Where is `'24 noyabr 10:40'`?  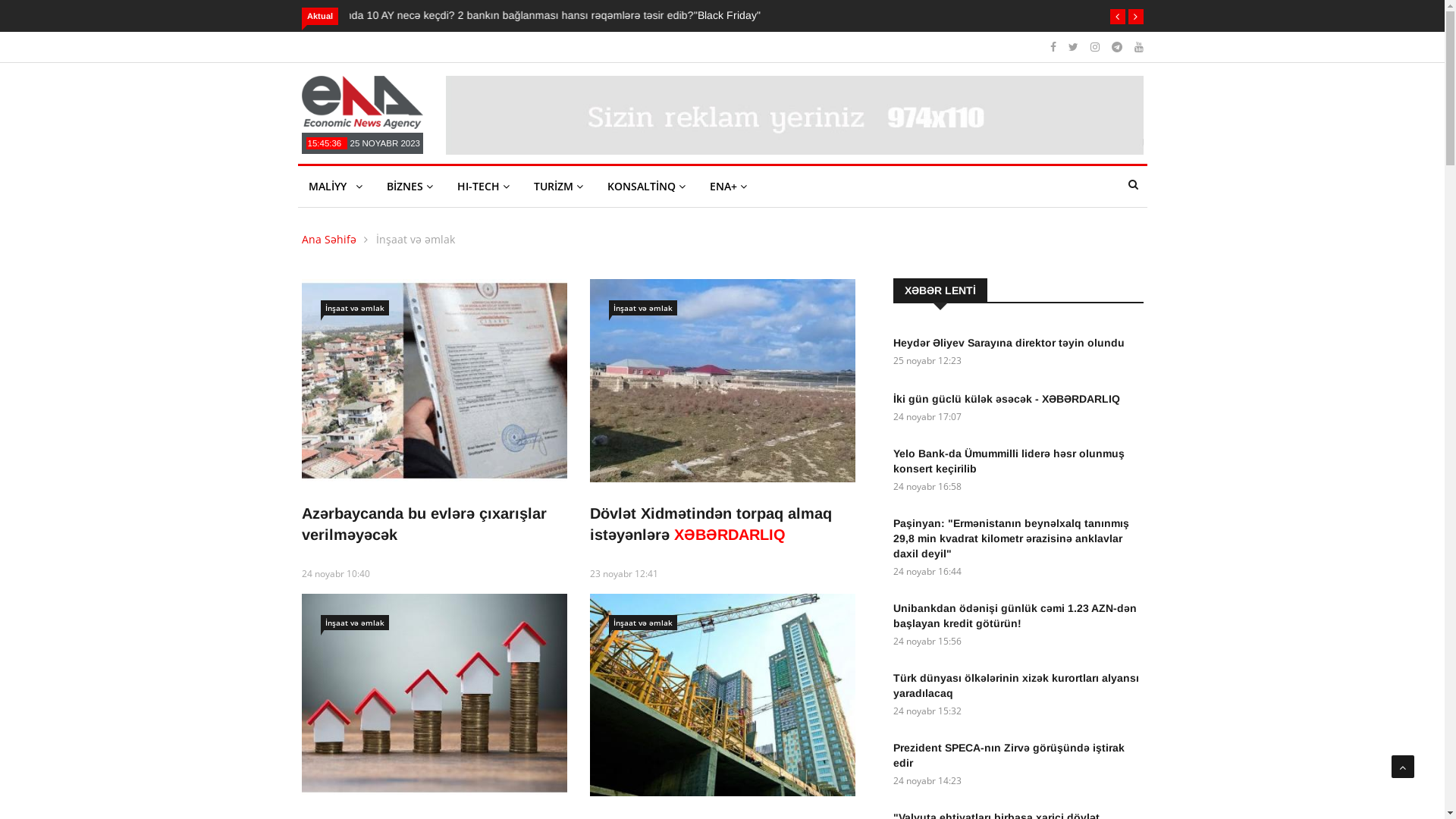
'24 noyabr 10:40' is located at coordinates (334, 573).